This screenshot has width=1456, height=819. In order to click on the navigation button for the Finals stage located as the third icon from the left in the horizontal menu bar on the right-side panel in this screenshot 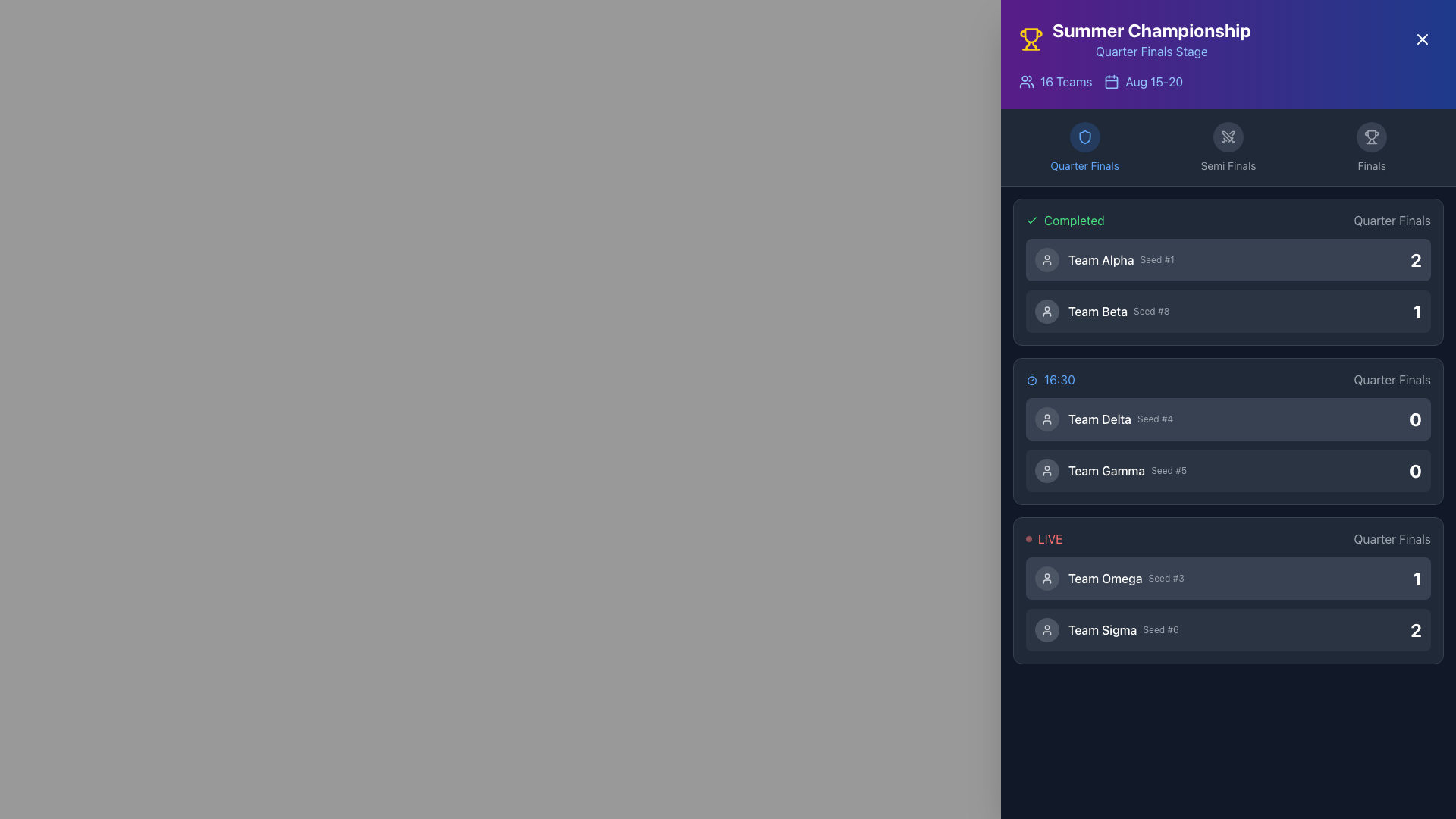, I will do `click(1372, 137)`.